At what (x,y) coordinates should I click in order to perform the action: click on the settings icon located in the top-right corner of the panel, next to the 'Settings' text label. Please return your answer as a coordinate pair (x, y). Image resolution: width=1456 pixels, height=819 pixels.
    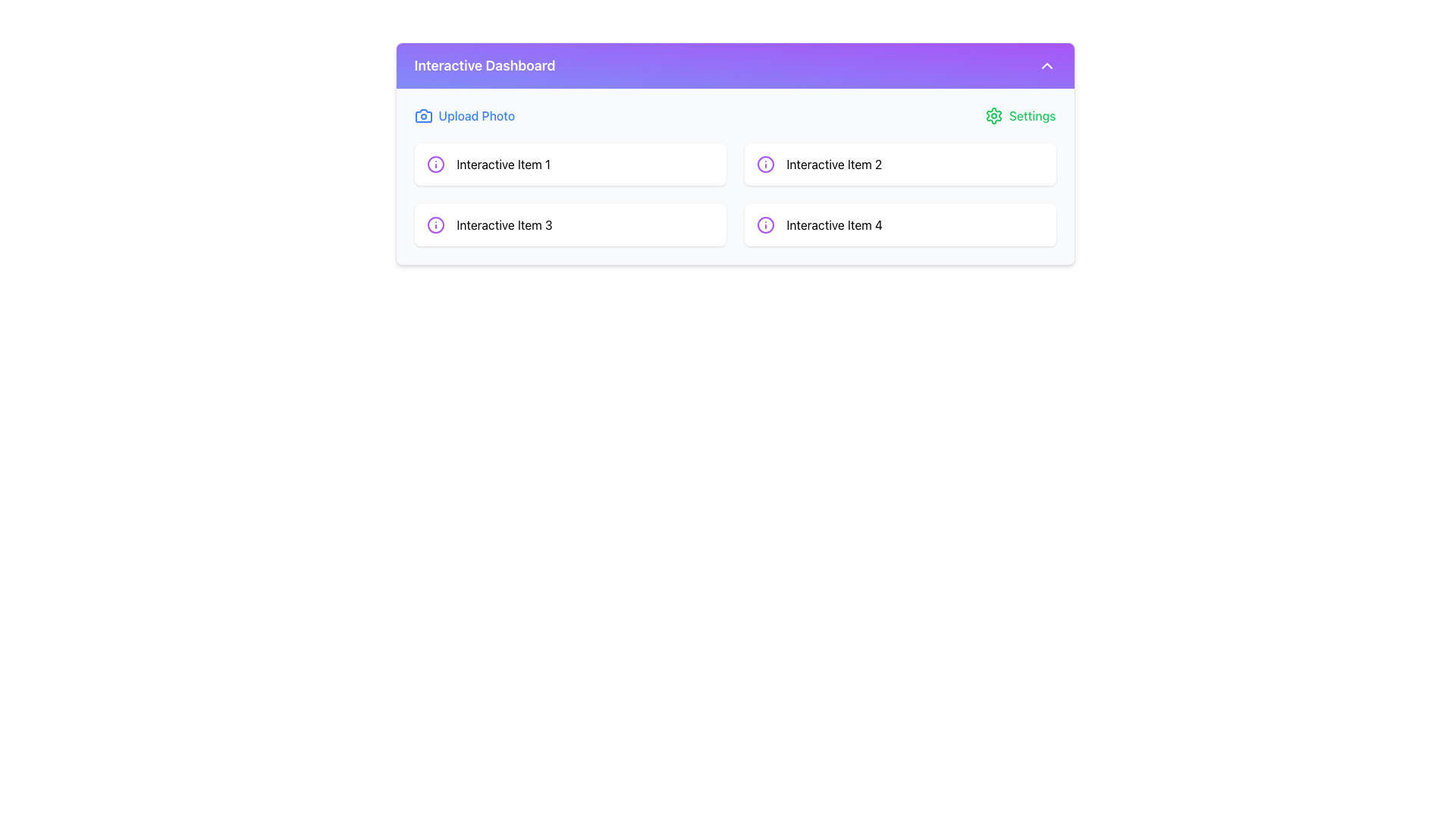
    Looking at the image, I should click on (993, 115).